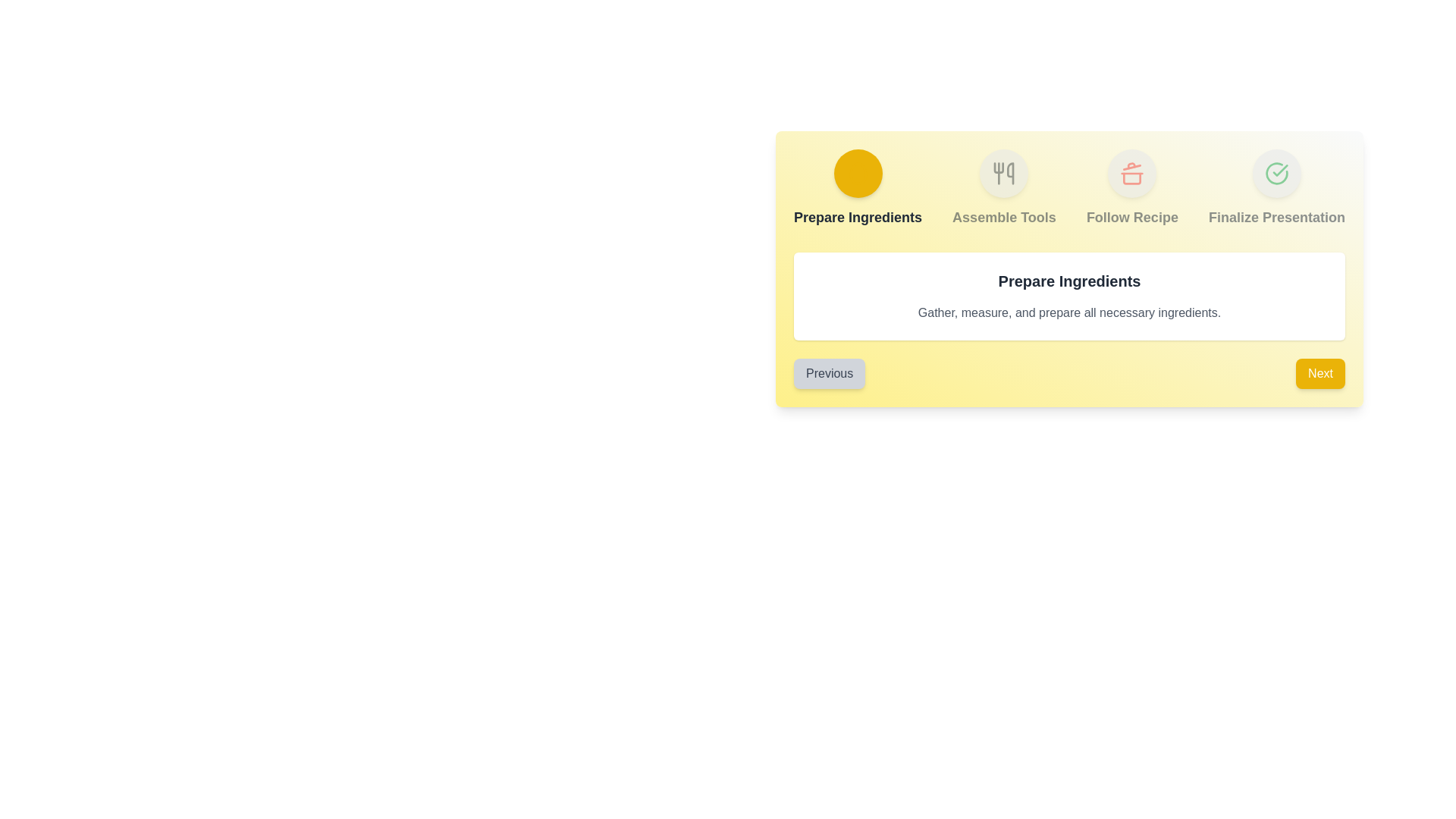 This screenshot has width=1456, height=819. Describe the element at coordinates (1276, 172) in the screenshot. I see `the circular icon with a gray background and a green checkmark, located above the text 'Finalize Presentation' on the far right of a horizontal group of items` at that location.